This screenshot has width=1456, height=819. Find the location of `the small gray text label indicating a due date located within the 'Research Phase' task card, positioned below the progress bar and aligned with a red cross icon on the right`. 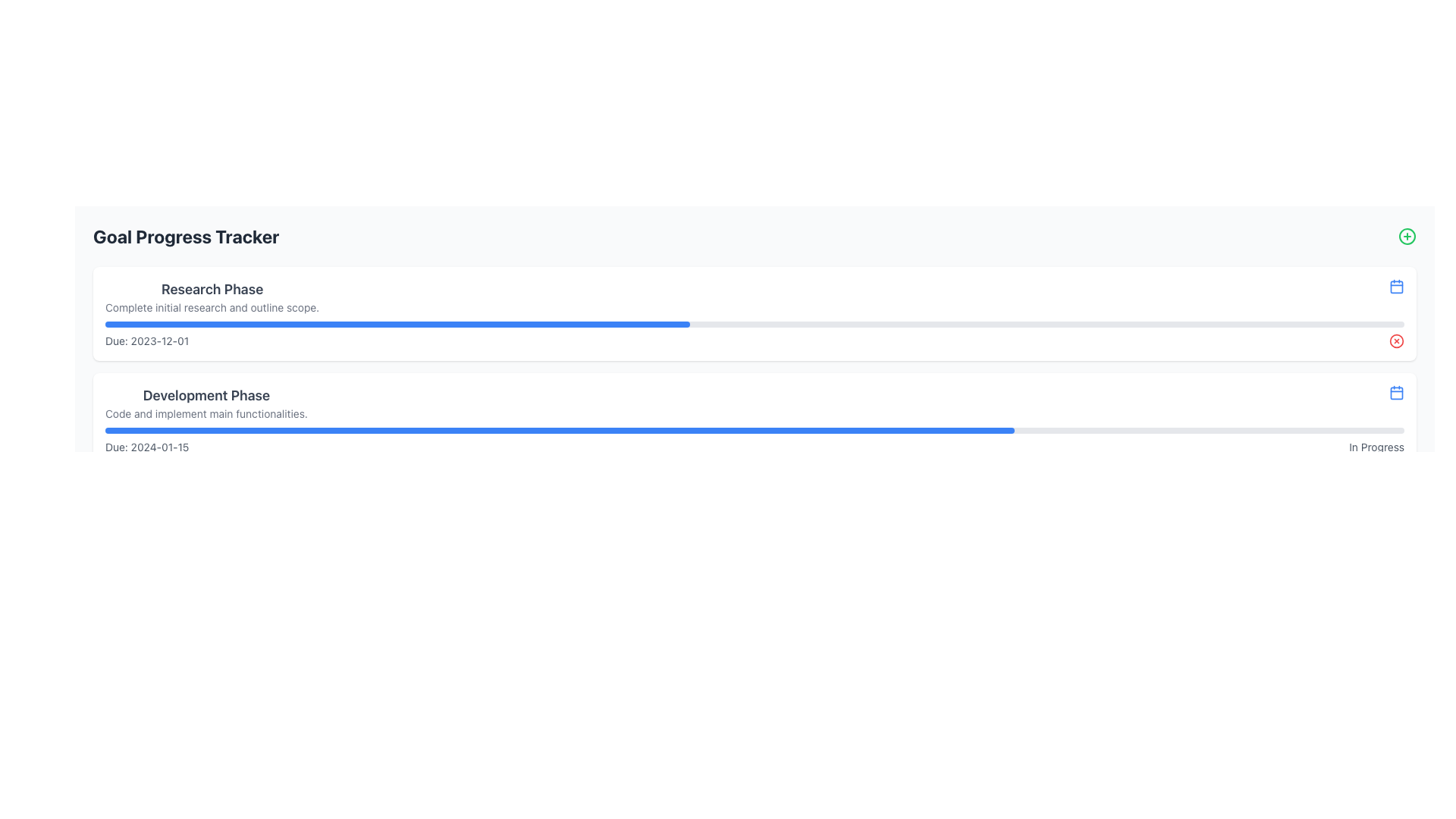

the small gray text label indicating a due date located within the 'Research Phase' task card, positioned below the progress bar and aligned with a red cross icon on the right is located at coordinates (755, 341).